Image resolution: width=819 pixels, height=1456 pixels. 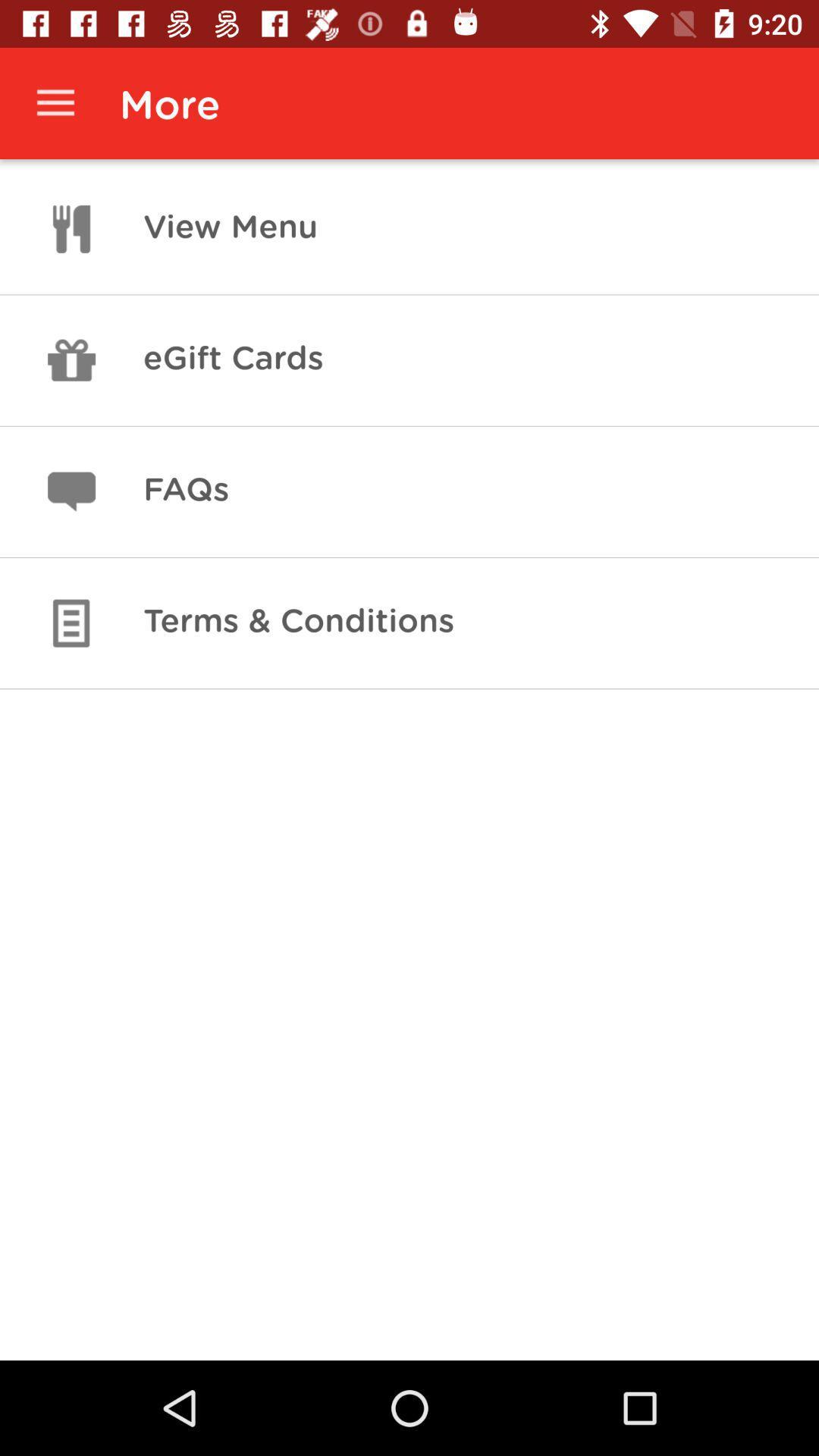 What do you see at coordinates (185, 491) in the screenshot?
I see `the icon above terms & conditions` at bounding box center [185, 491].